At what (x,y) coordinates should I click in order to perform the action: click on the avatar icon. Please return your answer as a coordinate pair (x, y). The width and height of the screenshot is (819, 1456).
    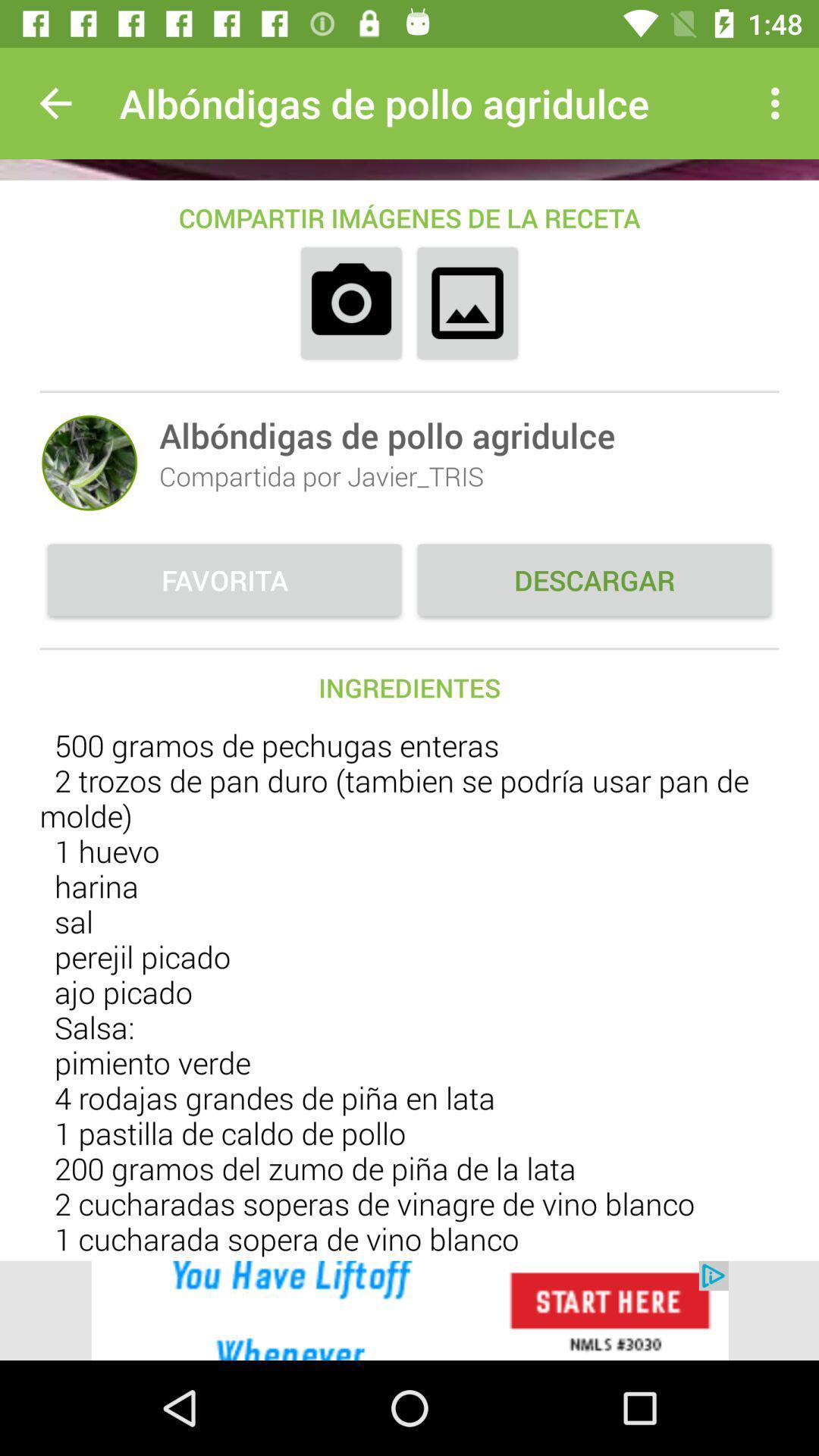
    Looking at the image, I should click on (89, 462).